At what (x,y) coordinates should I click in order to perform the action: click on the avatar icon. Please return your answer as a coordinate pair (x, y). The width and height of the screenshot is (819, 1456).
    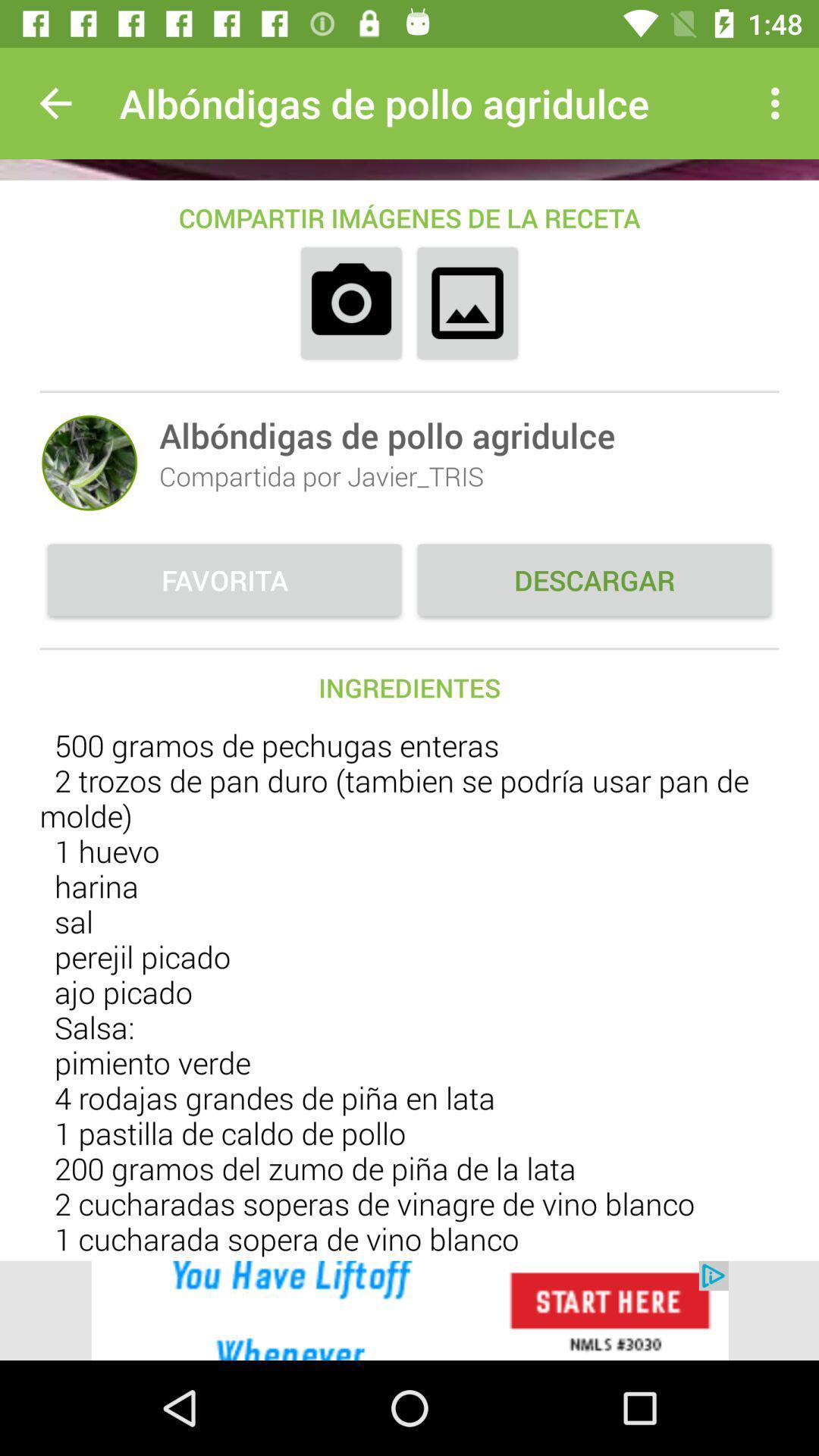
    Looking at the image, I should click on (89, 462).